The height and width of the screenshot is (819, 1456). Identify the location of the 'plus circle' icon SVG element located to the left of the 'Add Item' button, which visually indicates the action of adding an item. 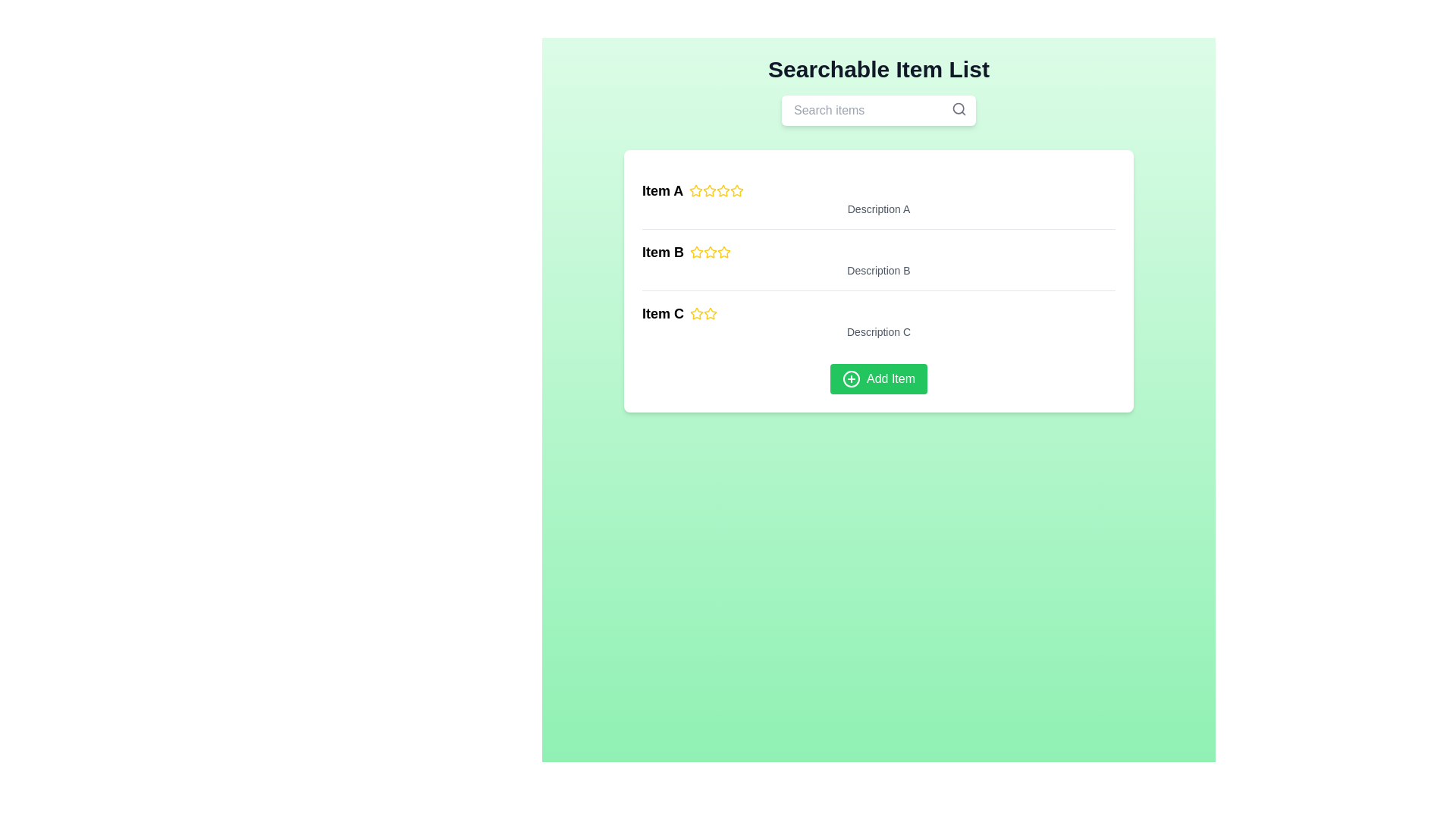
(852, 378).